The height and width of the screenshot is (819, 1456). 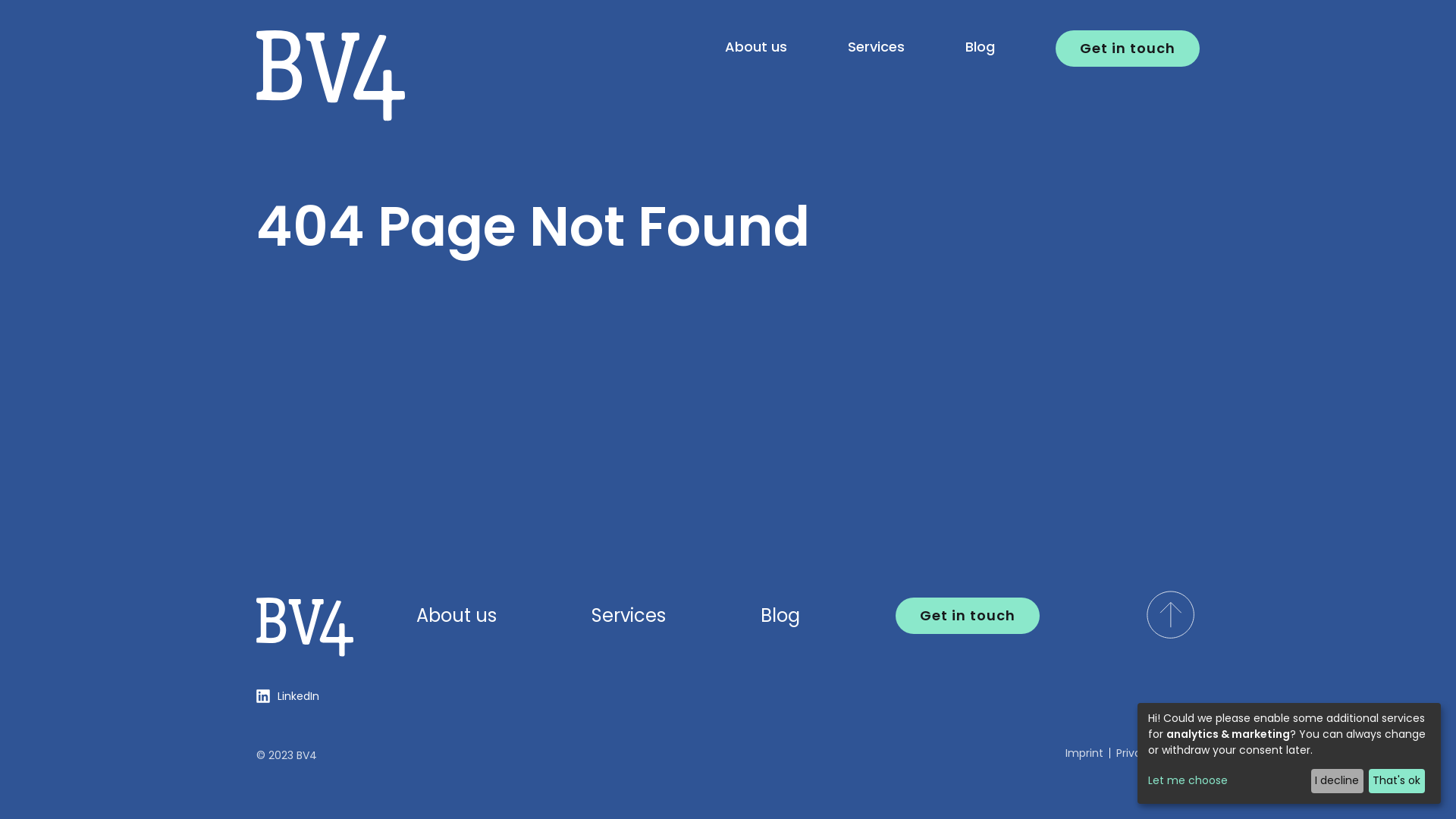 I want to click on 'That's ok', so click(x=1396, y=780).